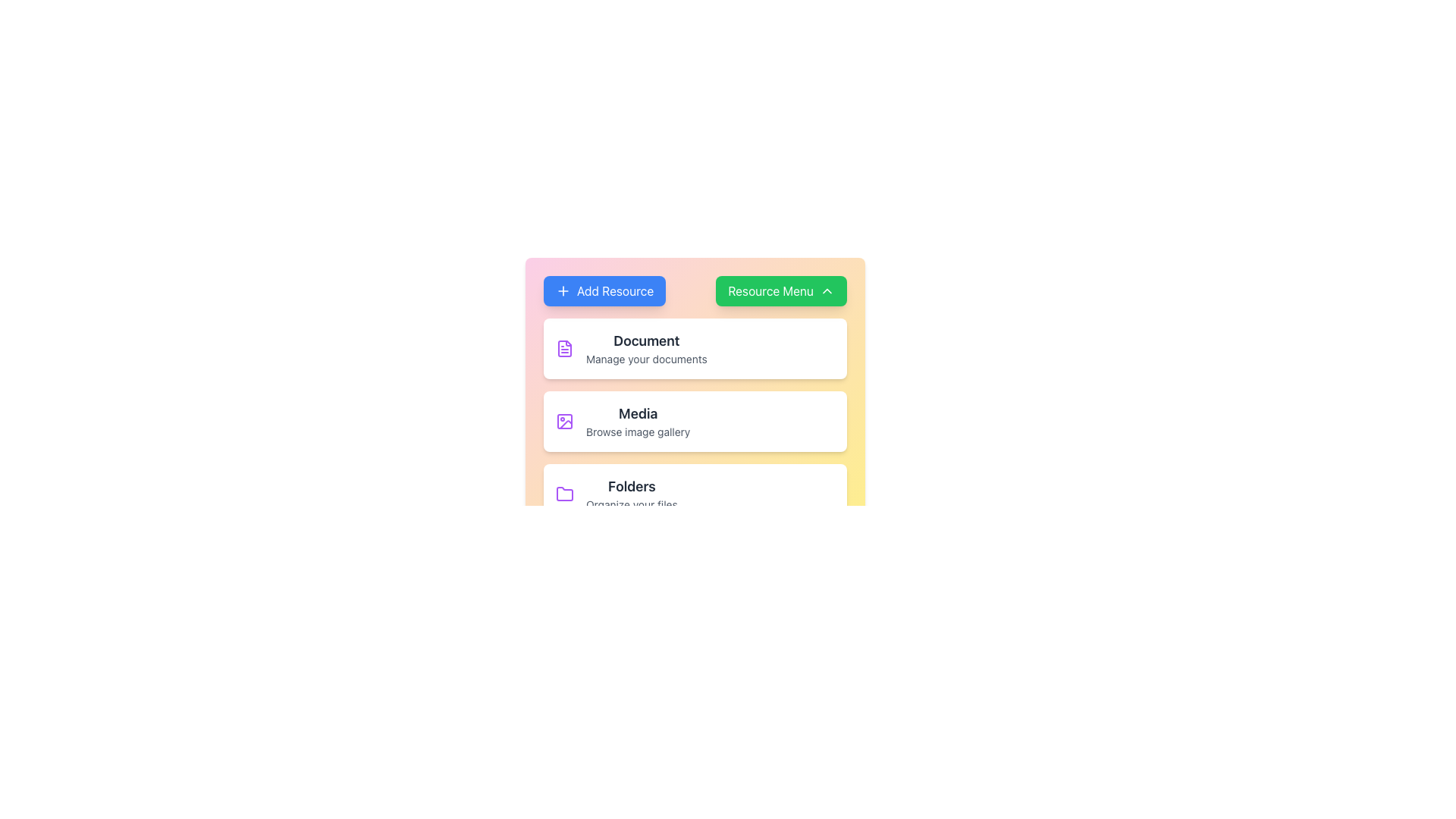 The width and height of the screenshot is (1456, 819). What do you see at coordinates (646, 359) in the screenshot?
I see `the text label that reads 'Manage your documents', which is positioned below the bold heading 'Document'` at bounding box center [646, 359].